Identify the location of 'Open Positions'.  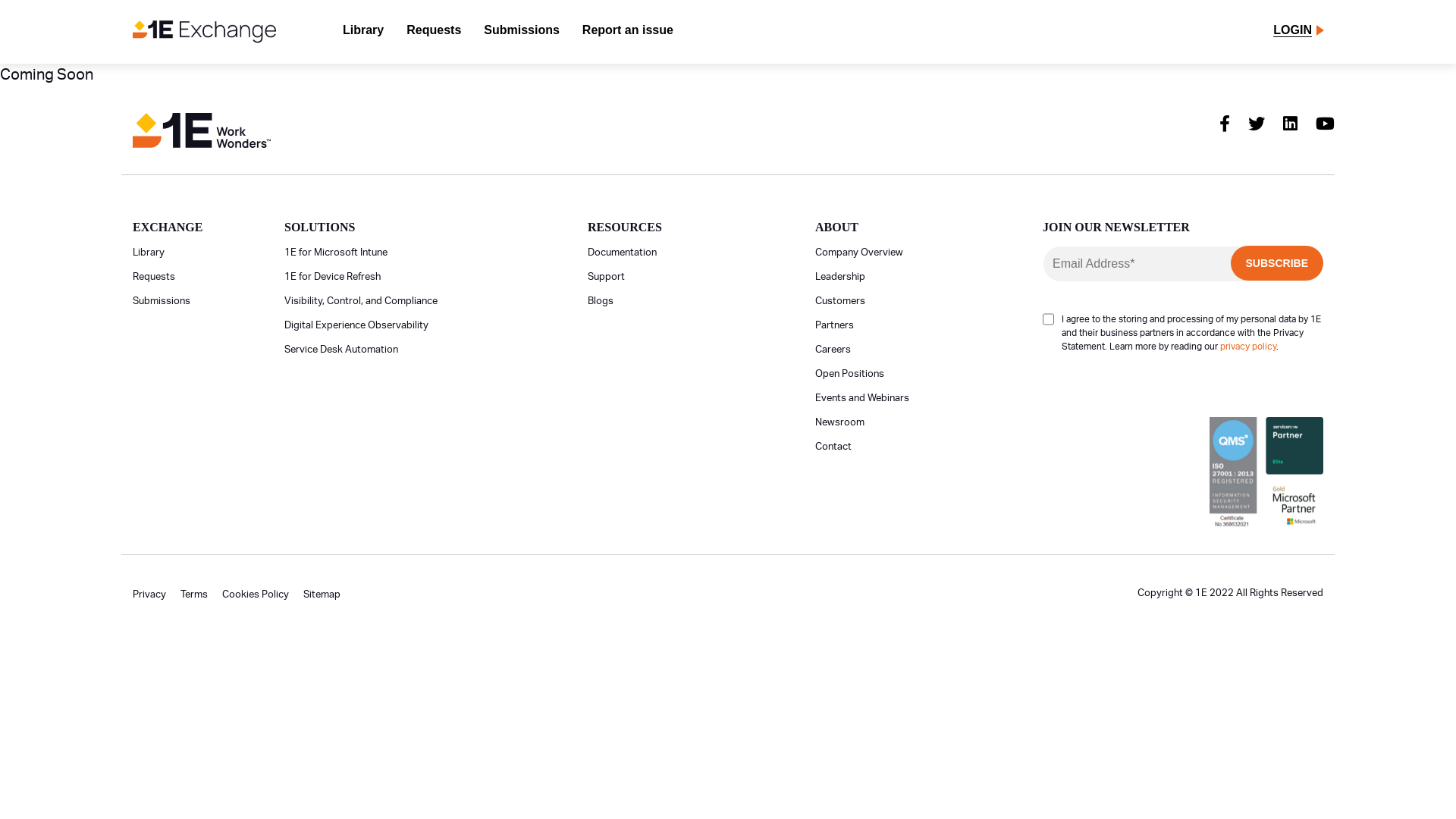
(814, 374).